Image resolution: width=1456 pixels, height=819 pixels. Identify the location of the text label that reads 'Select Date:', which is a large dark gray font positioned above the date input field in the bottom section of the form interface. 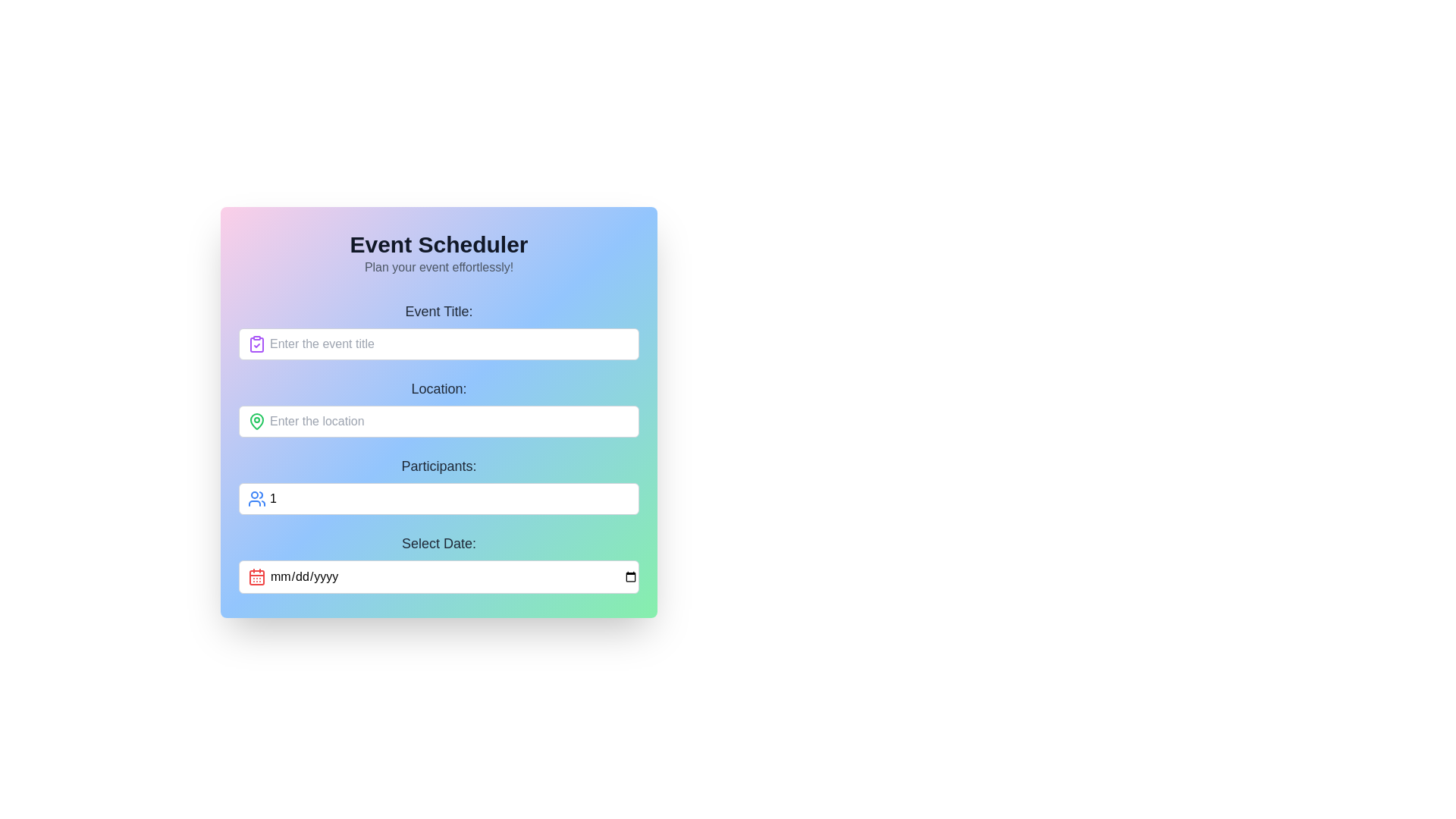
(438, 543).